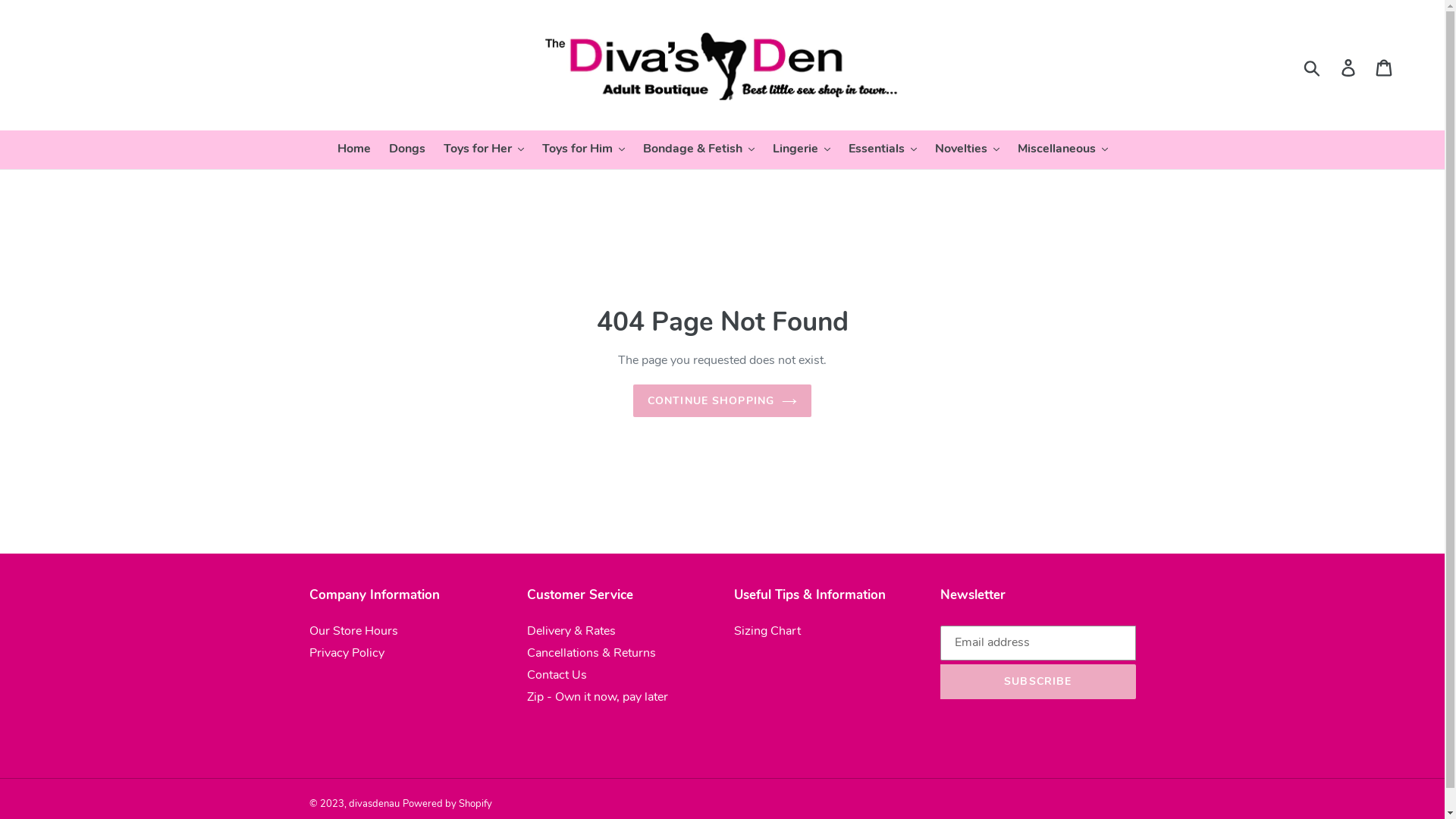 This screenshot has width=1456, height=819. I want to click on 'Contact Us', so click(556, 675).